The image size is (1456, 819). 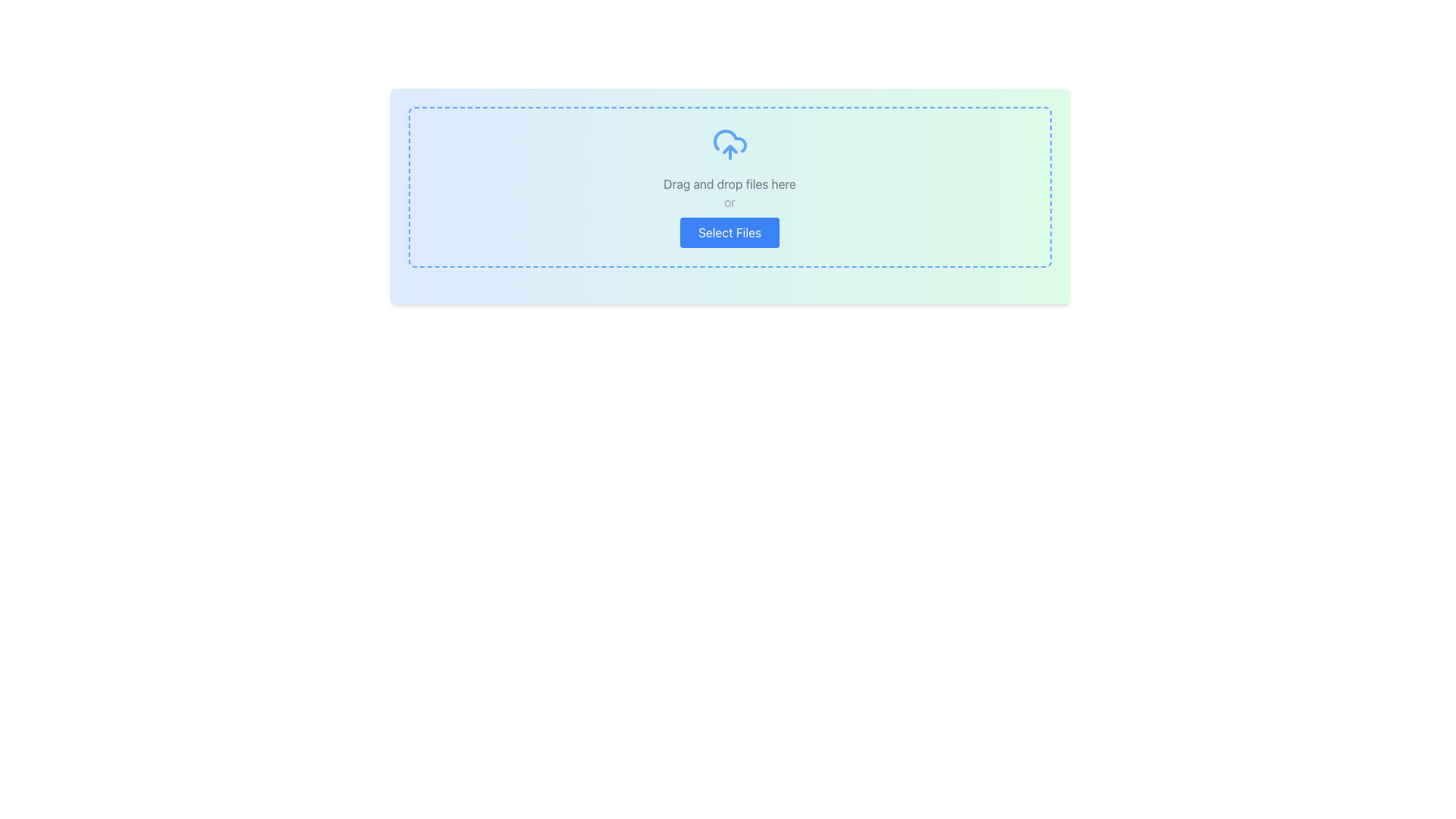 I want to click on instruction from the text label displaying 'Drag and drop files here', which is positioned centrally within the drop zone interface, so click(x=730, y=184).